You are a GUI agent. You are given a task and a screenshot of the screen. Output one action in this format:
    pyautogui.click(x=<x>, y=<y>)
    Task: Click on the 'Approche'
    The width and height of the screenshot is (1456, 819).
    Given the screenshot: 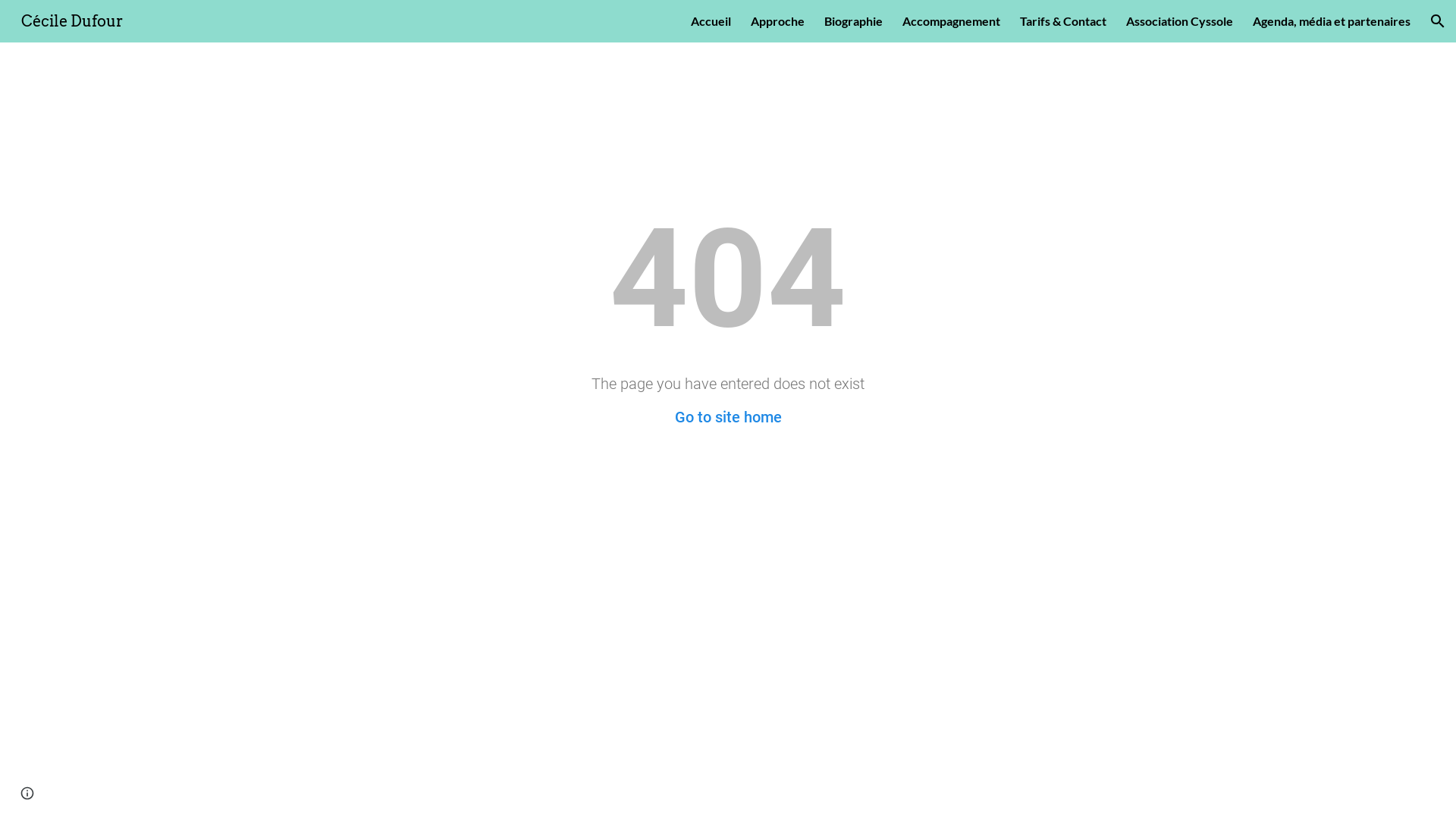 What is the action you would take?
    pyautogui.click(x=750, y=20)
    